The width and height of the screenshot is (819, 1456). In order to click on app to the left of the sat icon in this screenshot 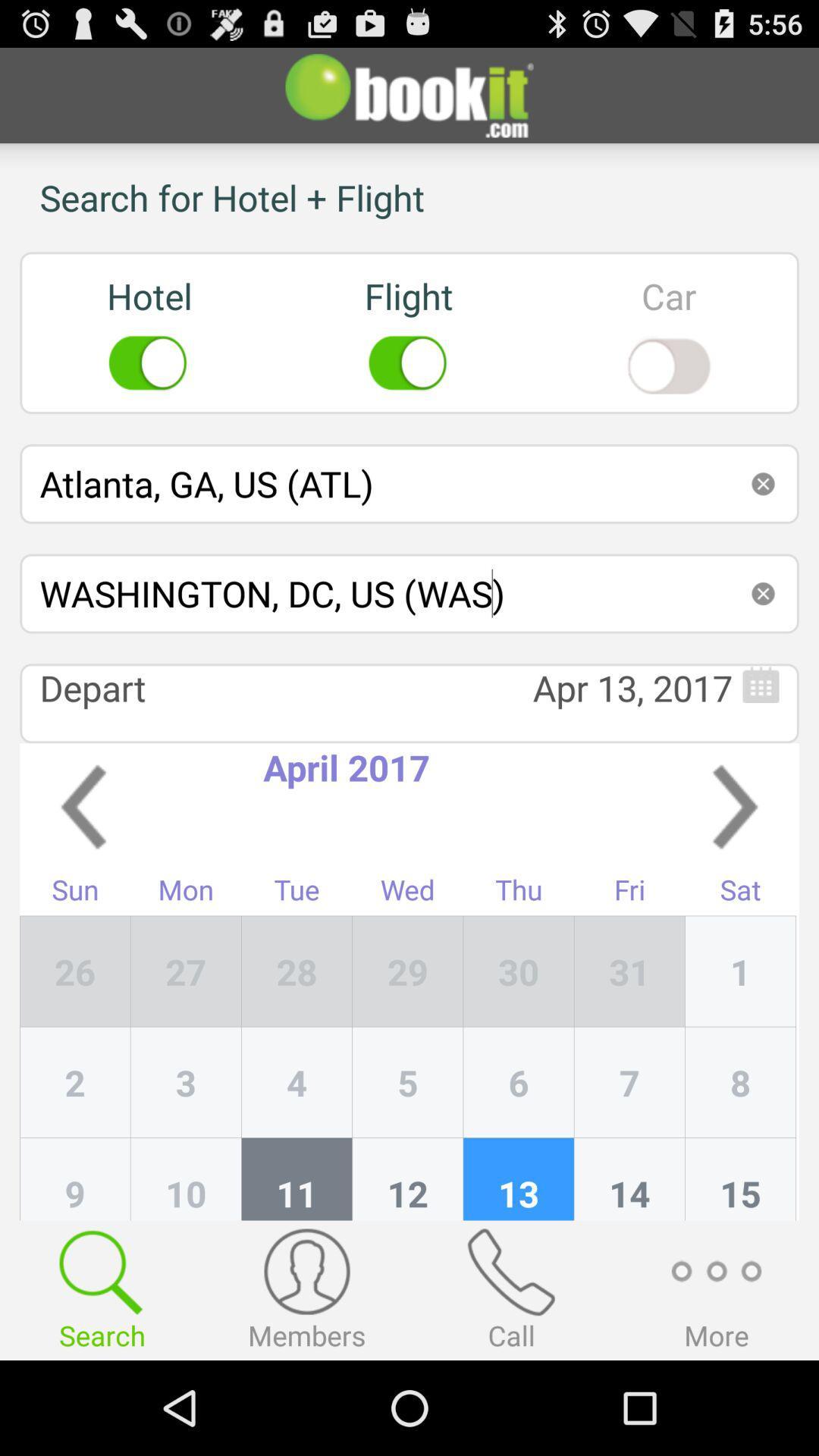, I will do `click(629, 971)`.